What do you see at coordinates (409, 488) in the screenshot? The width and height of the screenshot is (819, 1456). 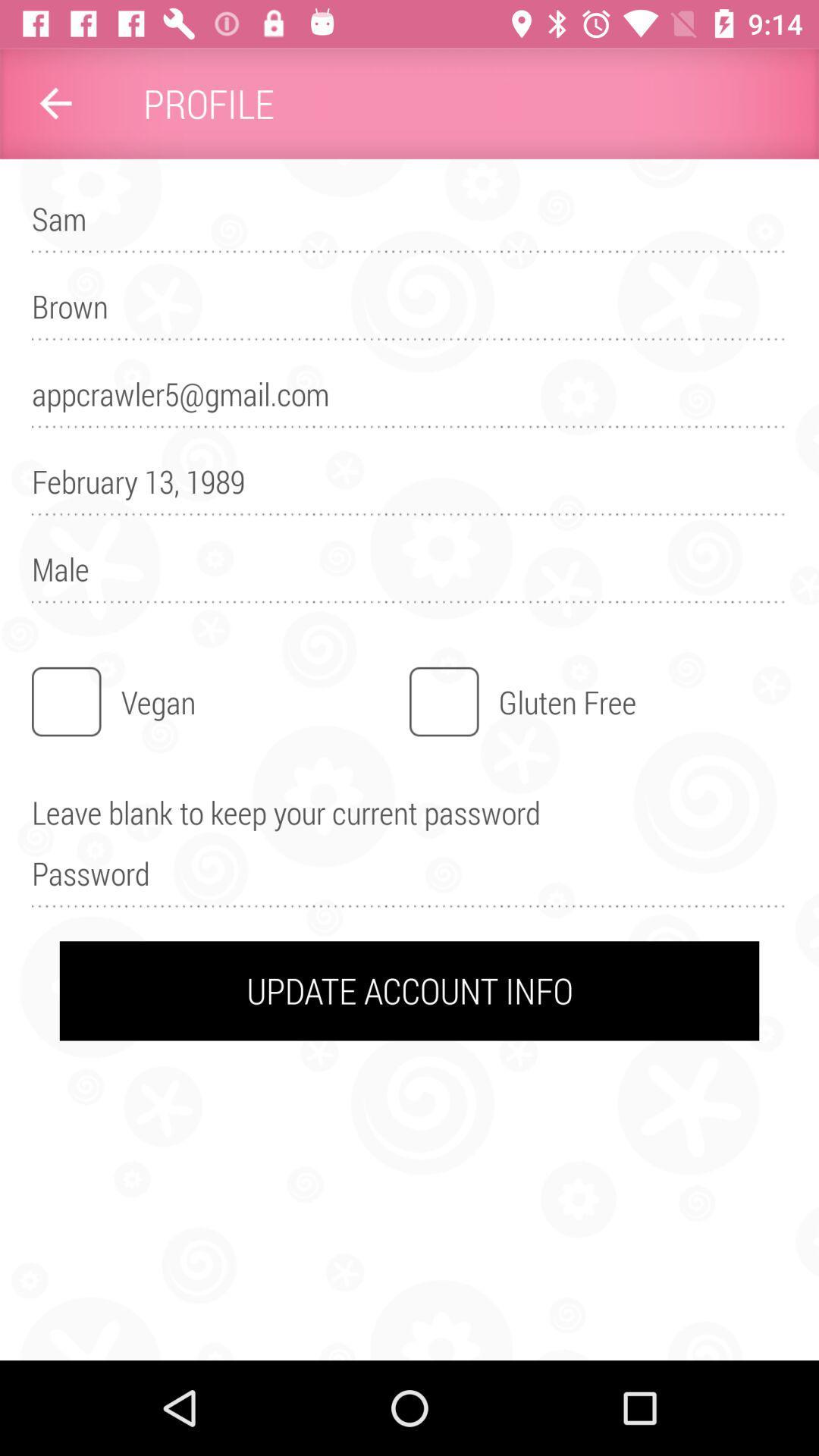 I see `the item below the appcrawler5@gmail.com item` at bounding box center [409, 488].